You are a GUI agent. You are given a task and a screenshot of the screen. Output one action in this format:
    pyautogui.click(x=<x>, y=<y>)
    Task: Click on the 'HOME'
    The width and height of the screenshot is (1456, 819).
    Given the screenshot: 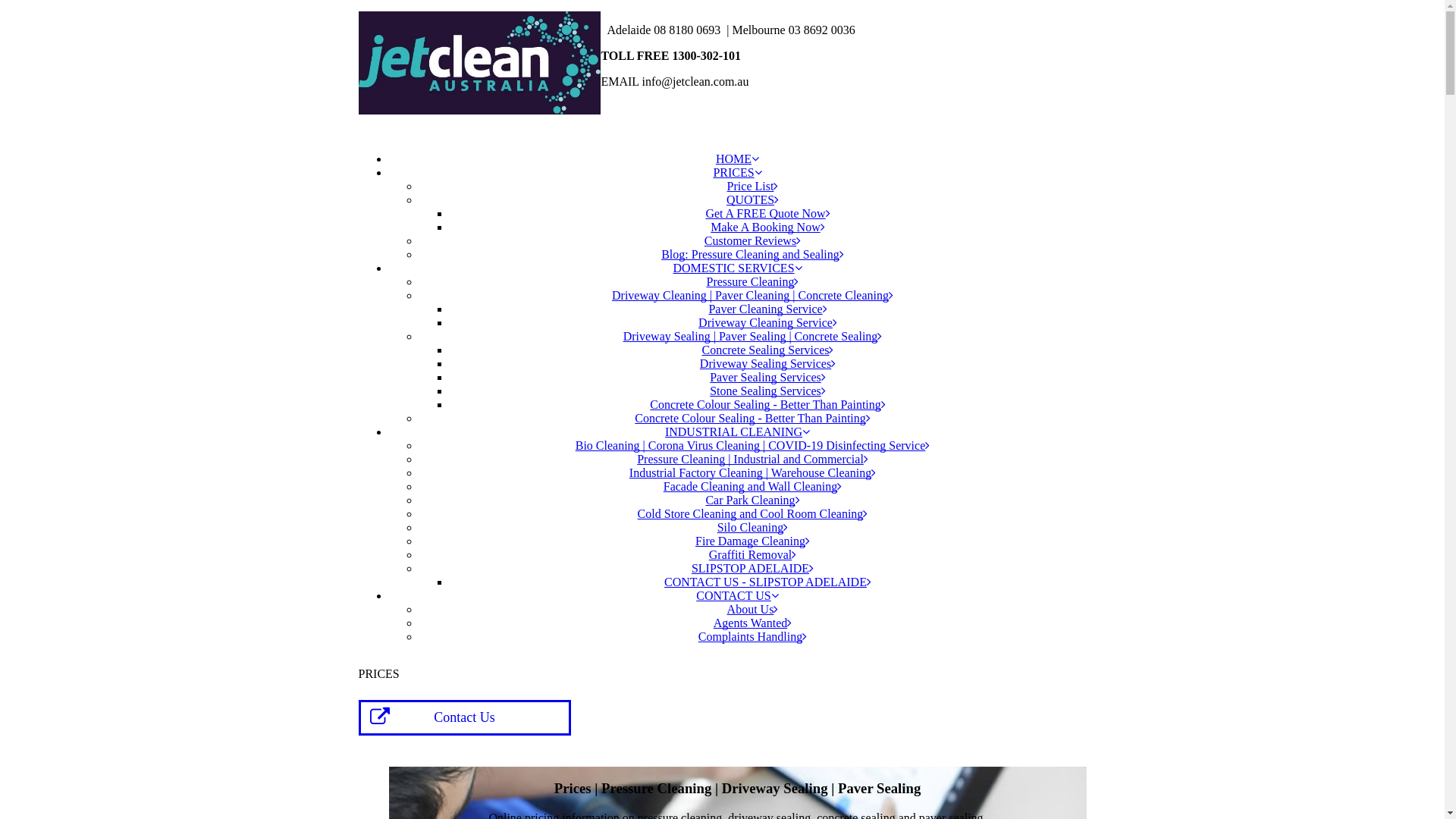 What is the action you would take?
    pyautogui.click(x=737, y=158)
    